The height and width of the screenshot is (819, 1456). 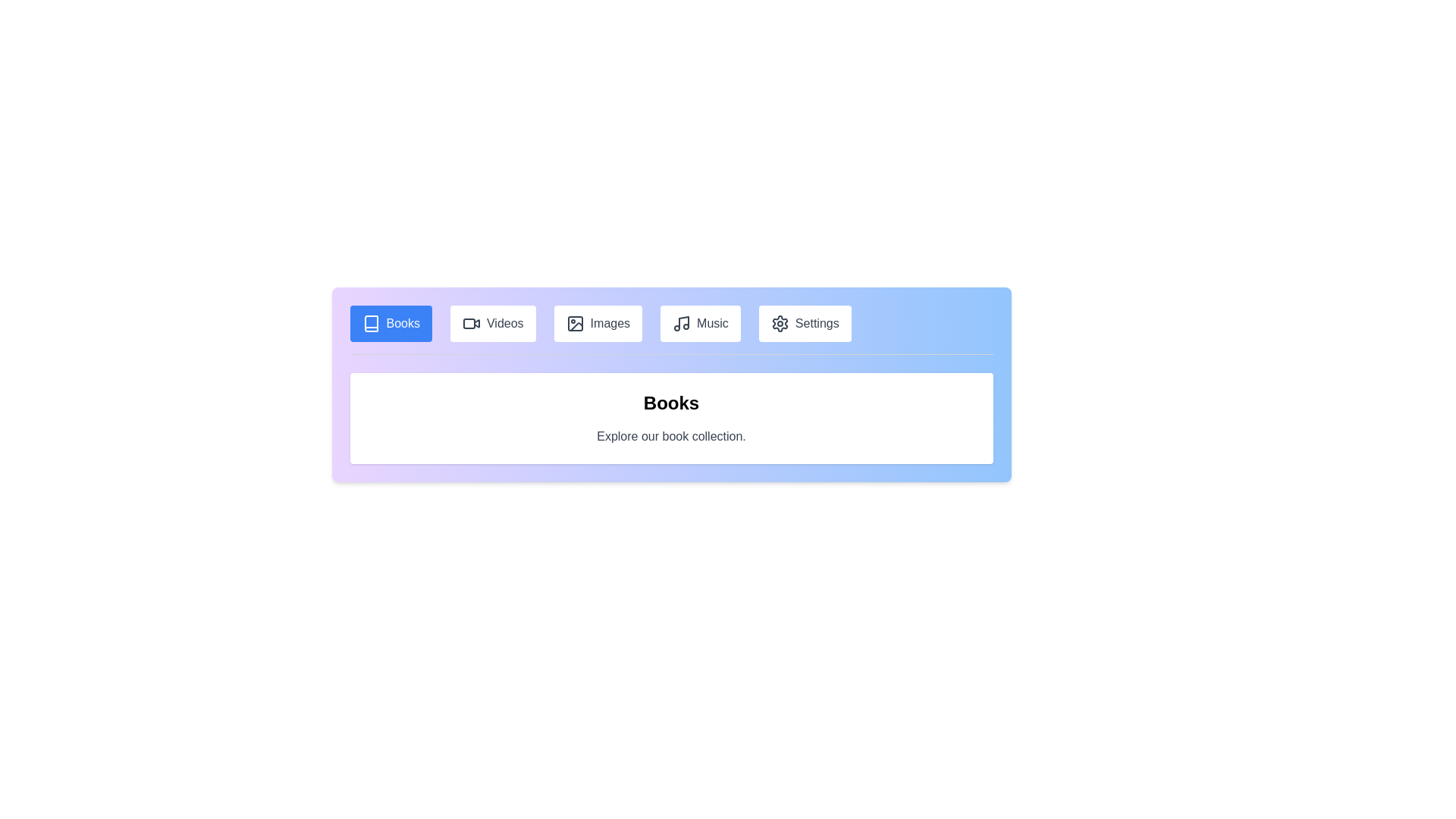 What do you see at coordinates (597, 323) in the screenshot?
I see `the tab labeled Images to navigate to its content` at bounding box center [597, 323].